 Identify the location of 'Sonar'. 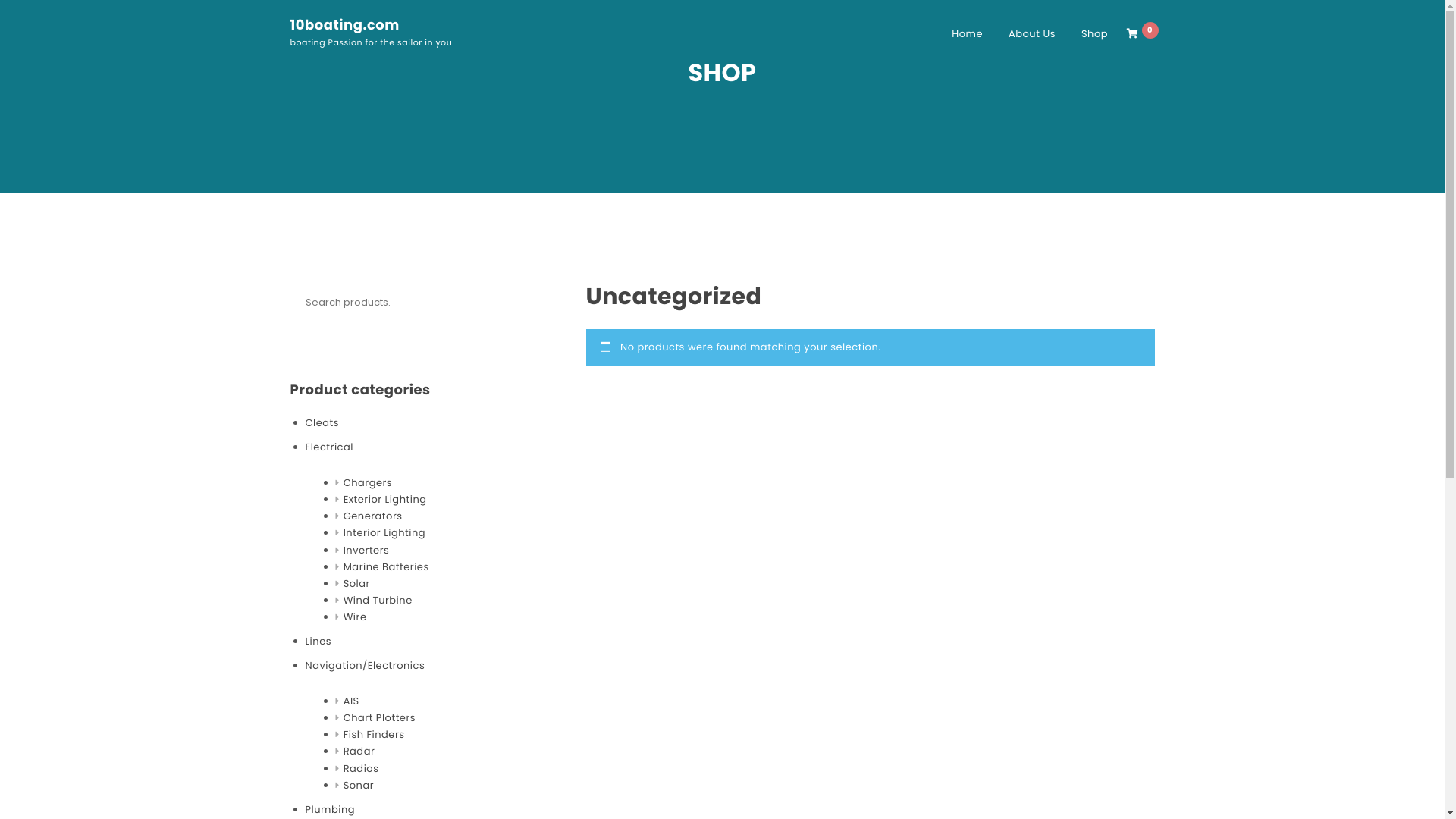
(358, 785).